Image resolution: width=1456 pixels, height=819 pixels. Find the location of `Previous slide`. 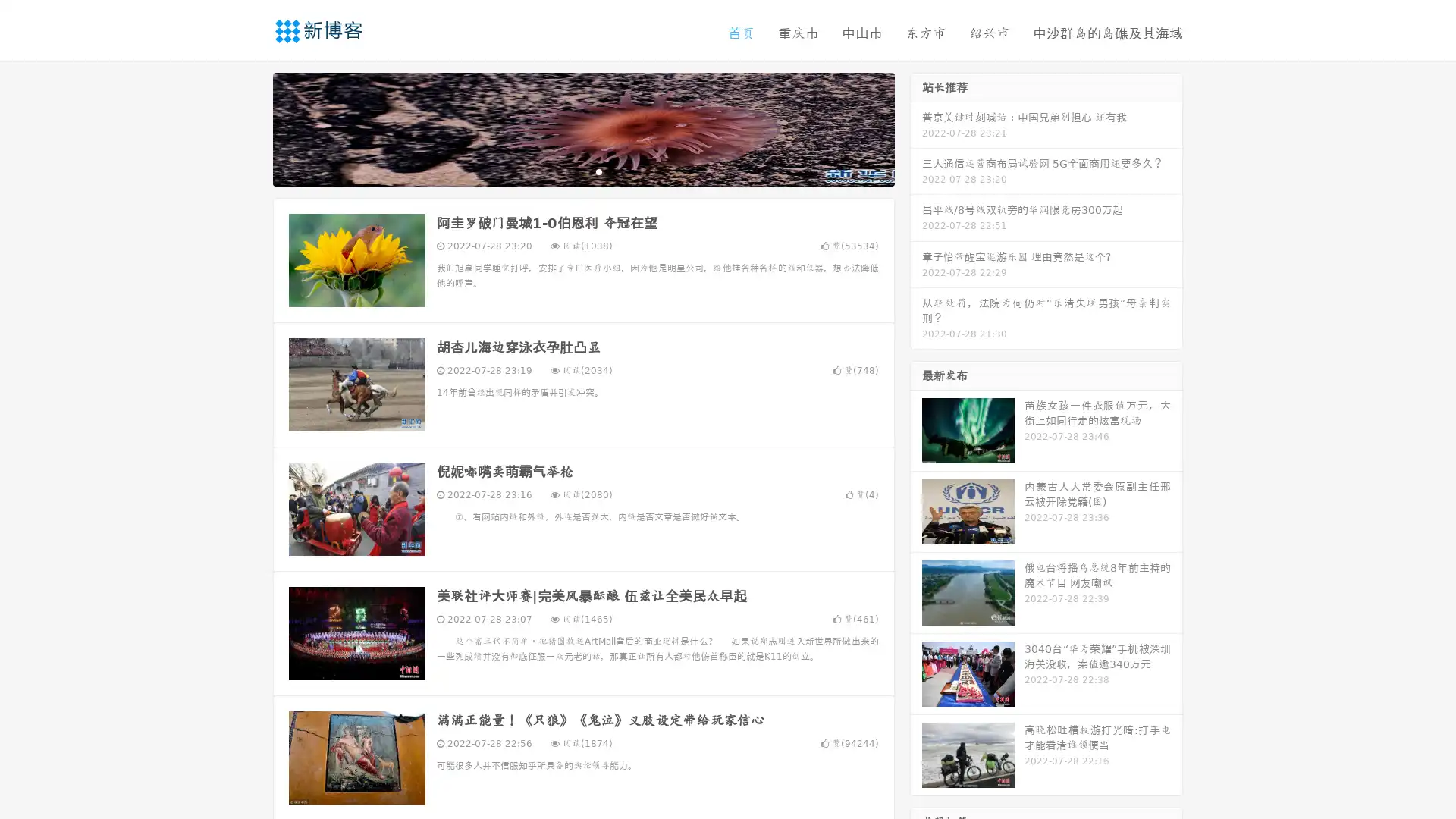

Previous slide is located at coordinates (250, 127).